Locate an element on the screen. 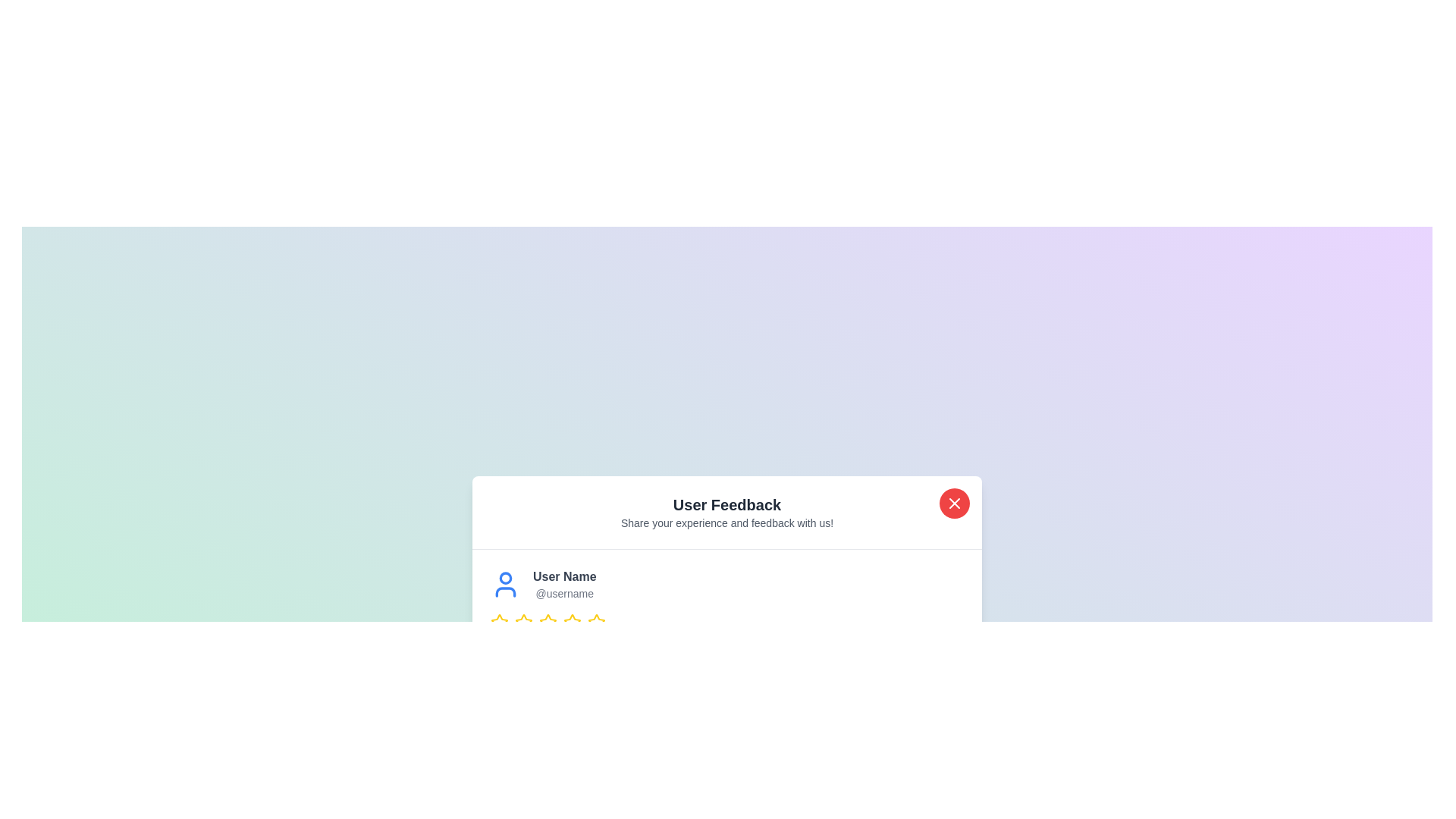  the Rating stars interface located below the username and user handle is located at coordinates (726, 622).